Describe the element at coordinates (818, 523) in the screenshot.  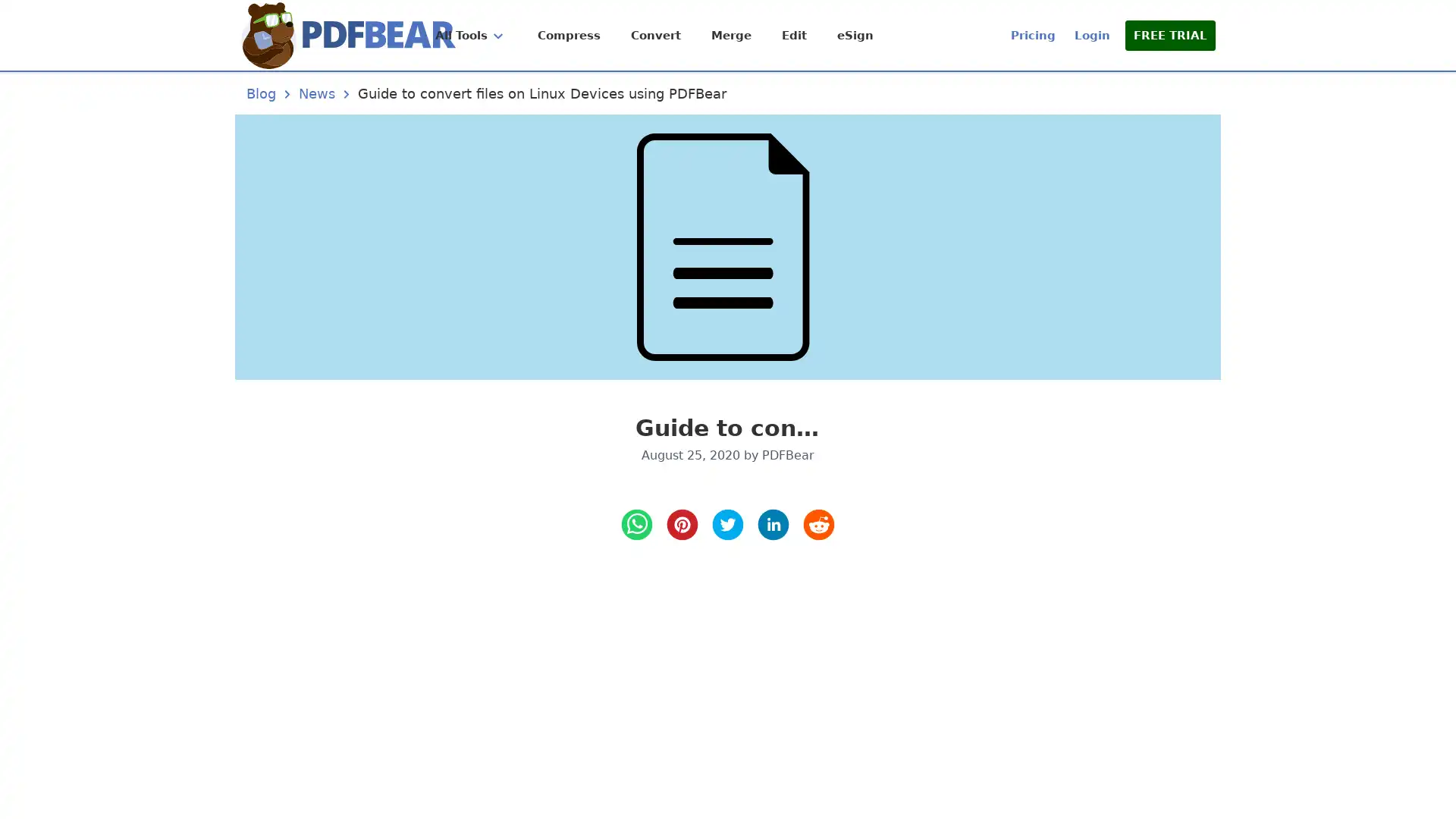
I see `reddit` at that location.